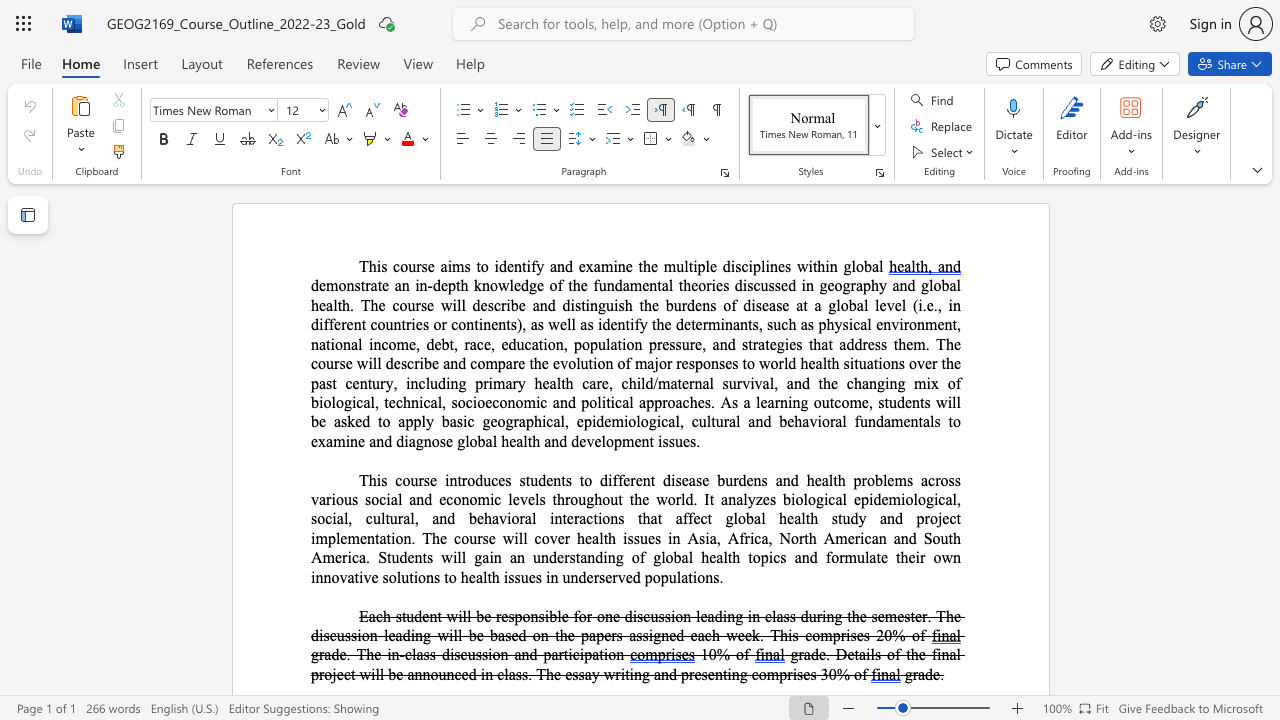 Image resolution: width=1280 pixels, height=720 pixels. What do you see at coordinates (853, 265) in the screenshot?
I see `the 4th character "l" in the text` at bounding box center [853, 265].